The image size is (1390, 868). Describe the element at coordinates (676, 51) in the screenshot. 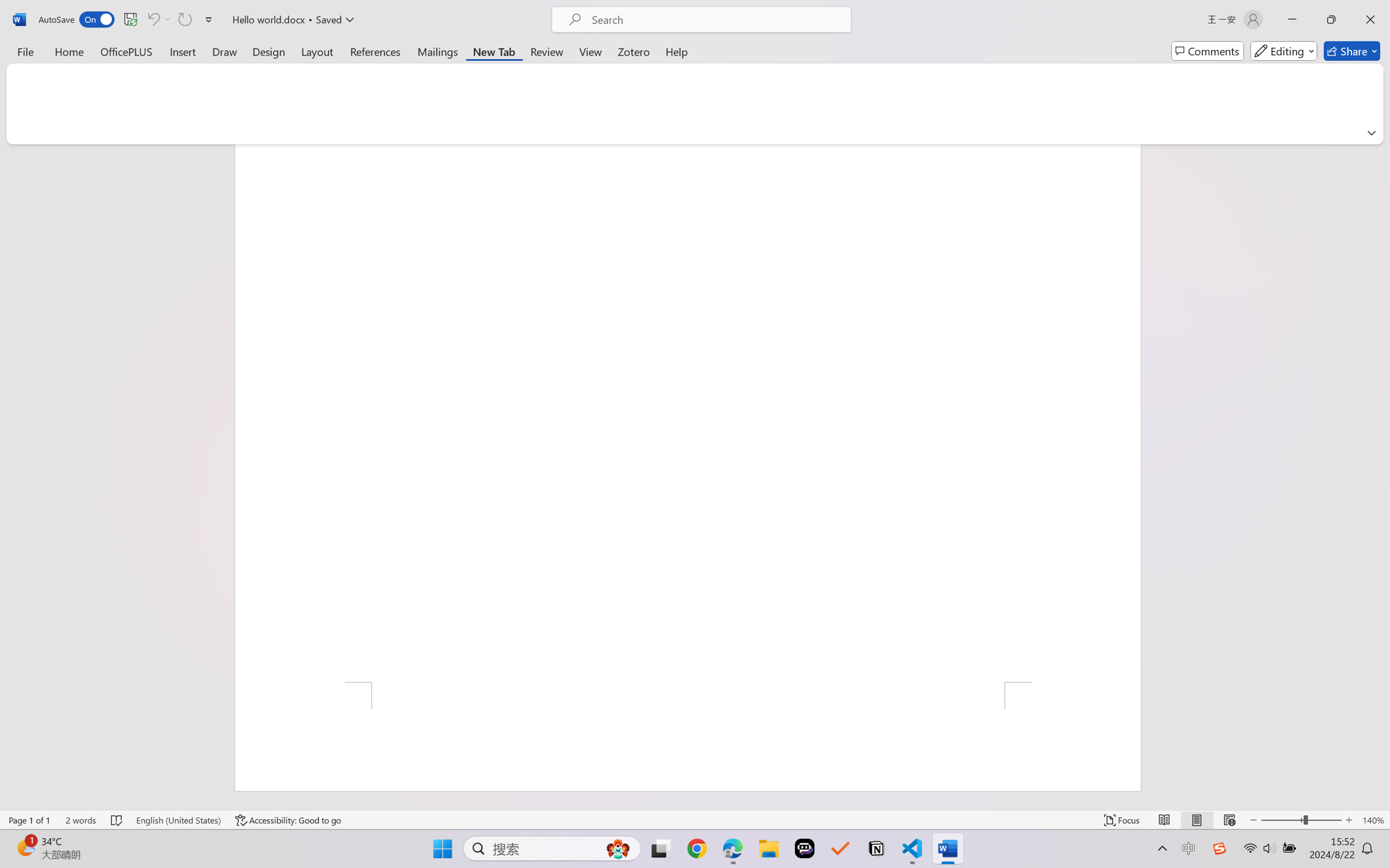

I see `'Help'` at that location.